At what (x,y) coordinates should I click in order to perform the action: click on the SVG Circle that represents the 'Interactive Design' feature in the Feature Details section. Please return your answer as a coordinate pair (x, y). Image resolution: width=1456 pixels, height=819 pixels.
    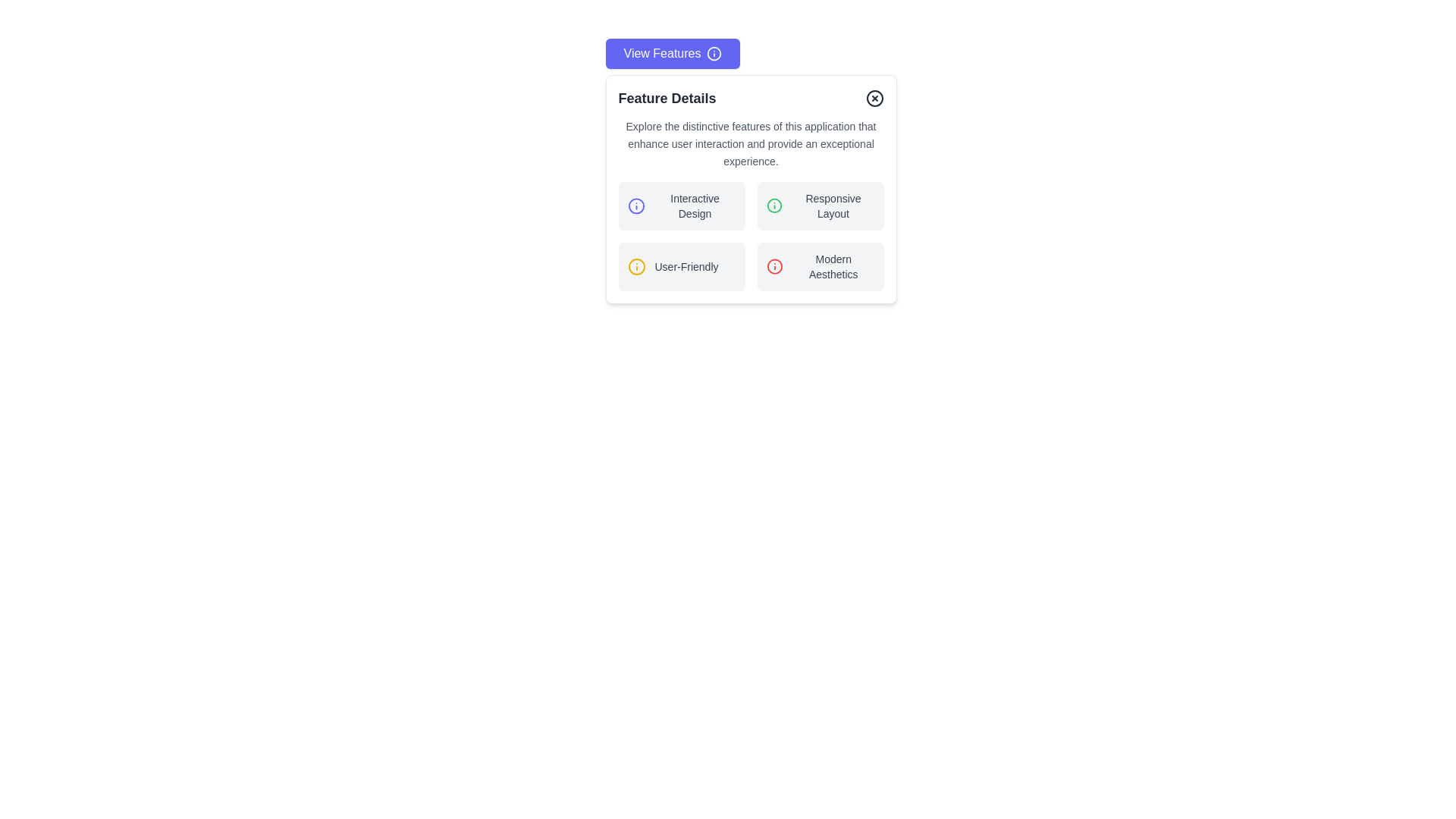
    Looking at the image, I should click on (636, 206).